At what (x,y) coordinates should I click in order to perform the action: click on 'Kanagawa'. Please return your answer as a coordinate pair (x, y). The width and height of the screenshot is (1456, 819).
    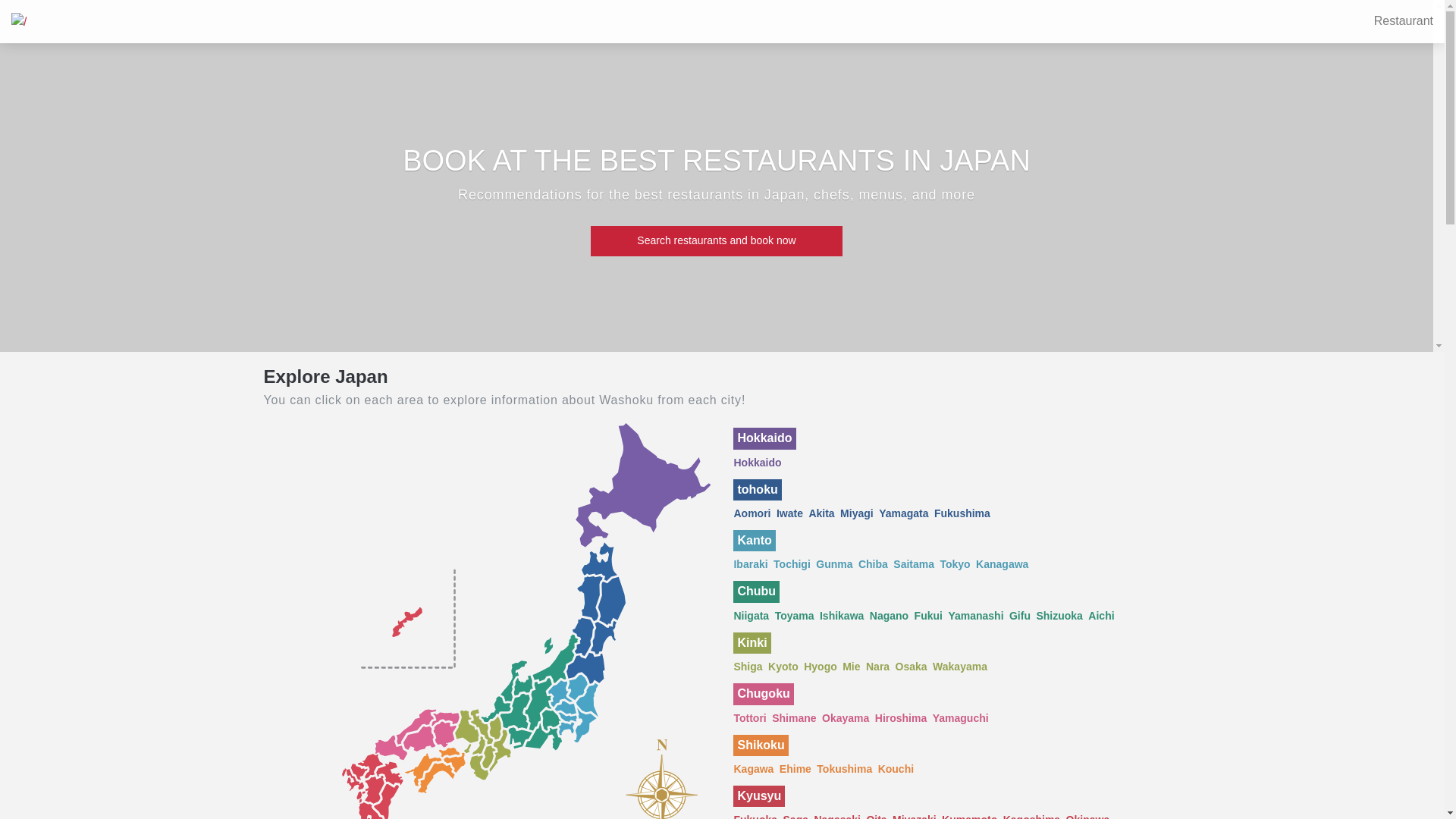
    Looking at the image, I should click on (1002, 564).